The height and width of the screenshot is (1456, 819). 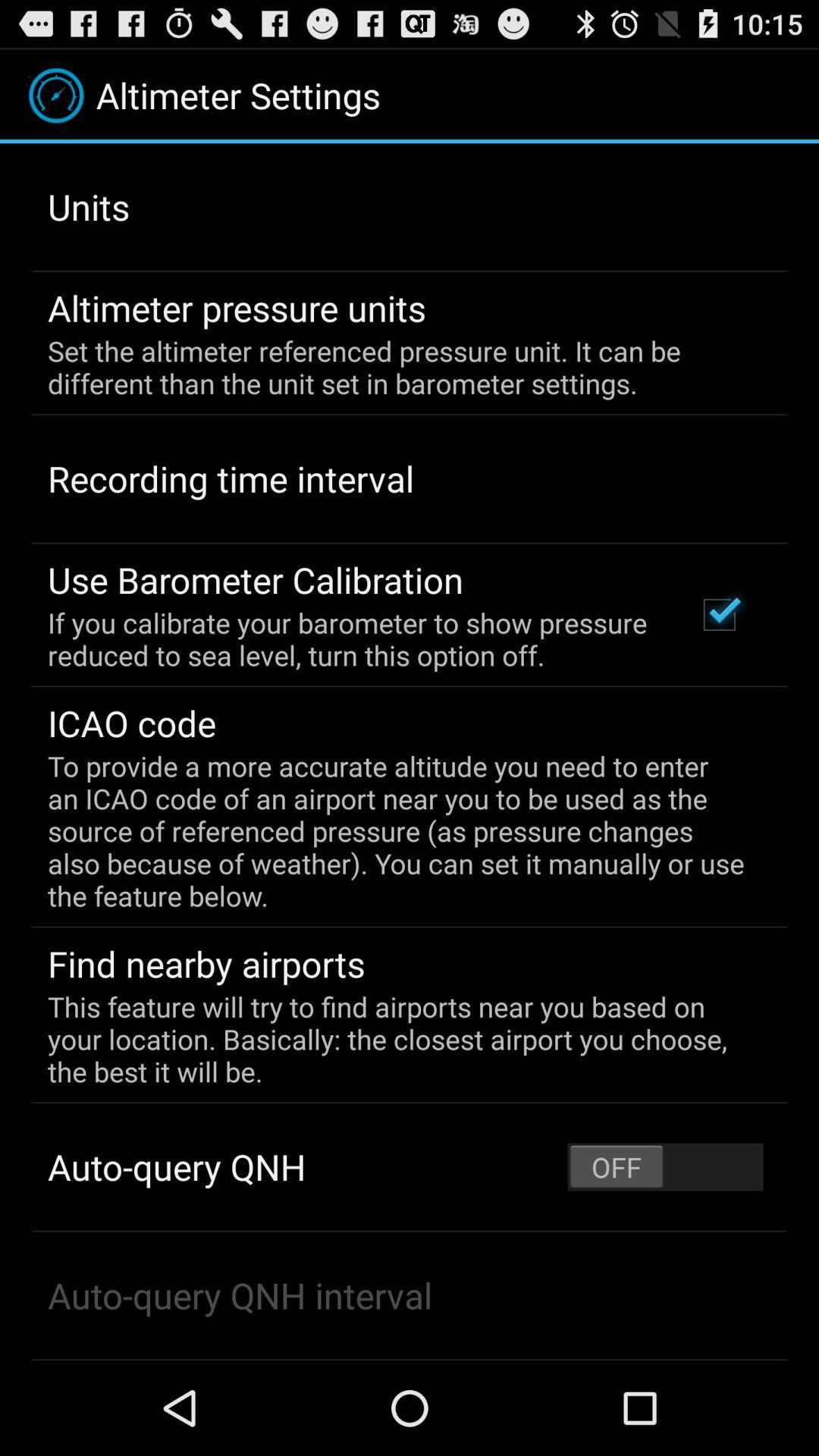 I want to click on item below the altimeter pressure units item, so click(x=398, y=367).